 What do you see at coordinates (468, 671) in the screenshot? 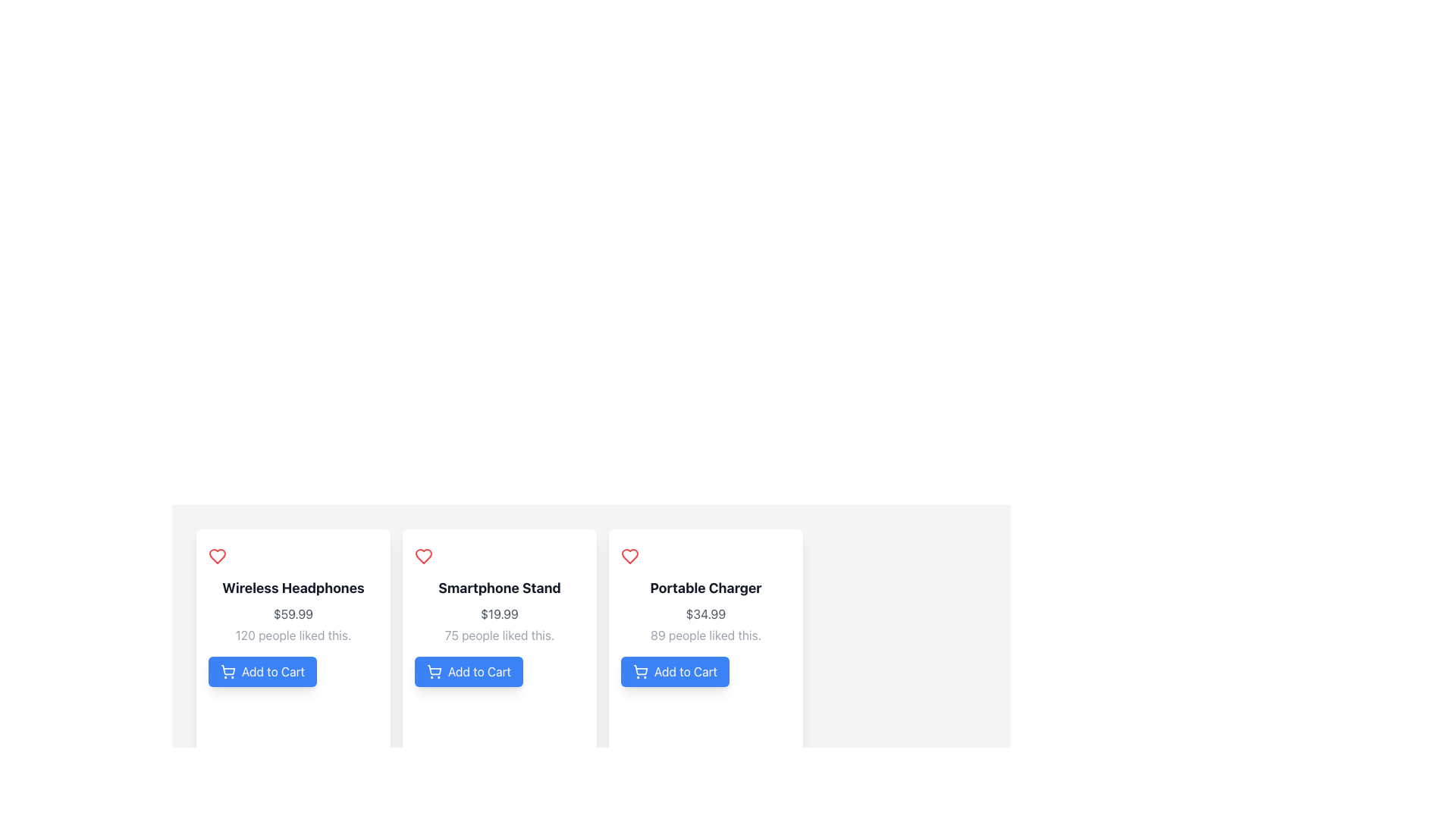
I see `the 'Add to Cart' button located within the 'Smartphone Stand' product card` at bounding box center [468, 671].